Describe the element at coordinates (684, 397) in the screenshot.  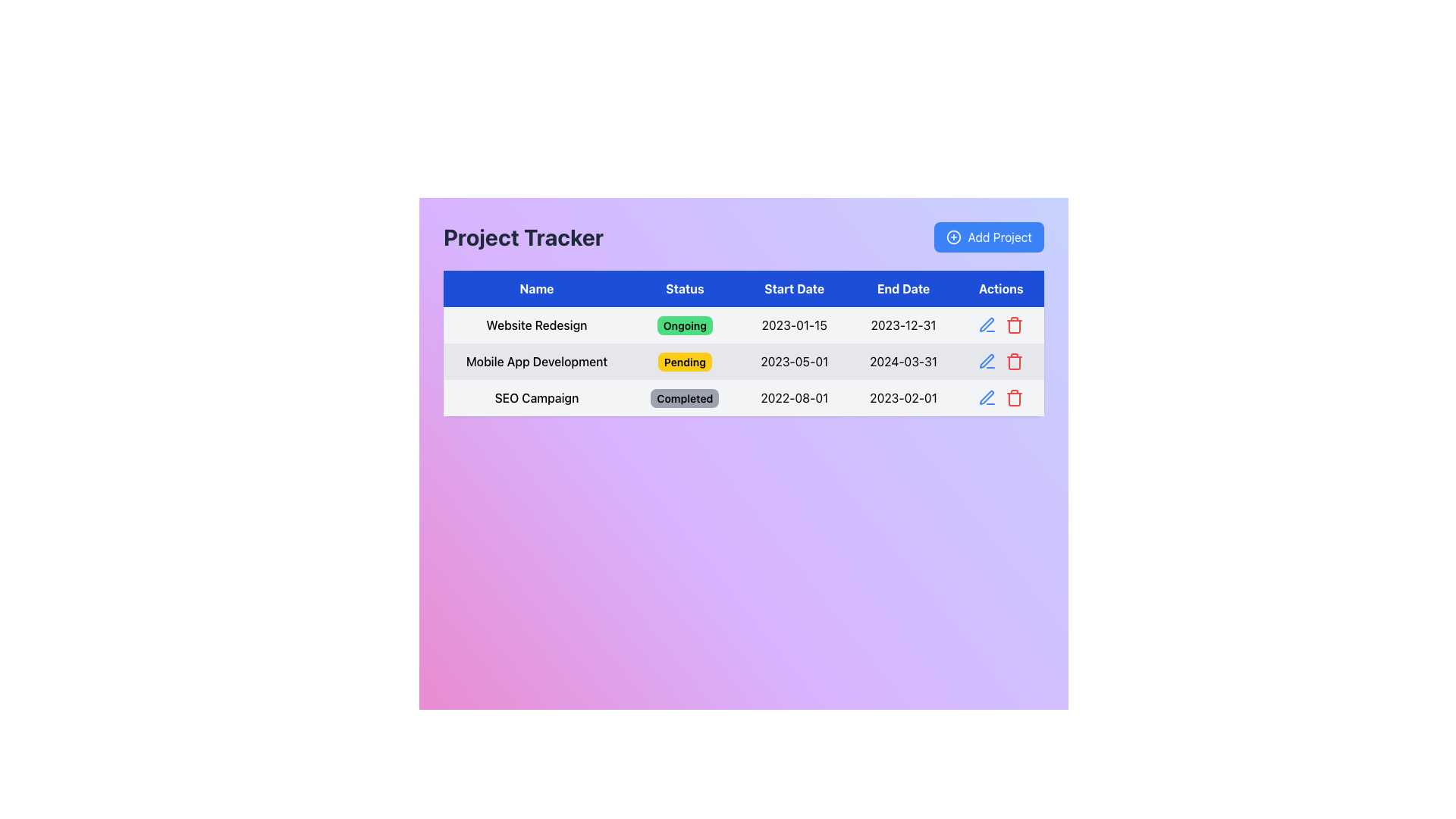
I see `the status label indicating that the 'SEO Campaign' project has been completed, located in the 'Status' column of the 'Project Tracker' table, specifically in the third row` at that location.